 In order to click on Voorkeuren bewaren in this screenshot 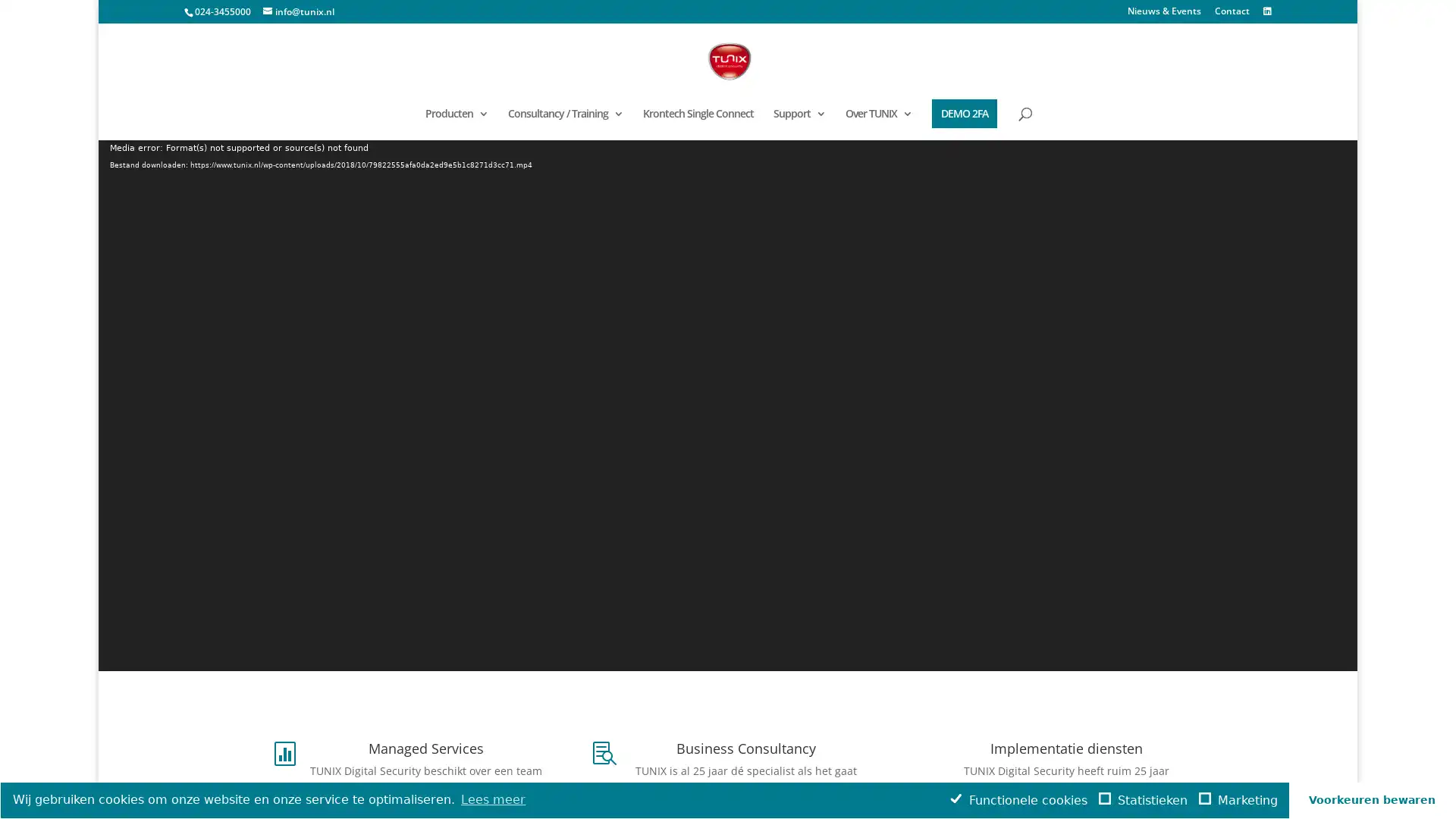, I will do `click(1372, 799)`.